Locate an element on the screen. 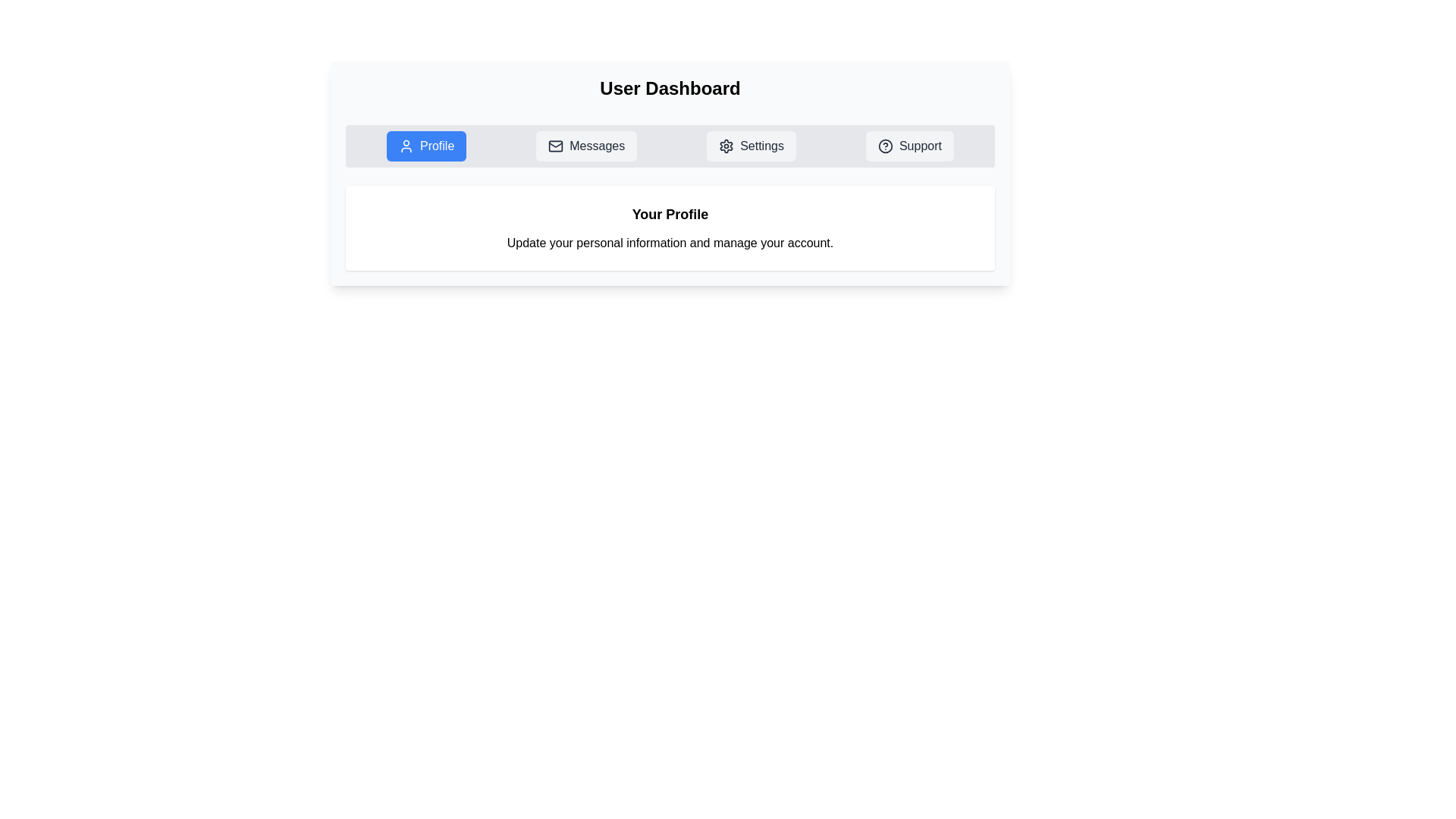  the 'Messages' button, which is a rectangular button with rounded corners and a light gray background, located in the top center of the interface is located at coordinates (585, 146).